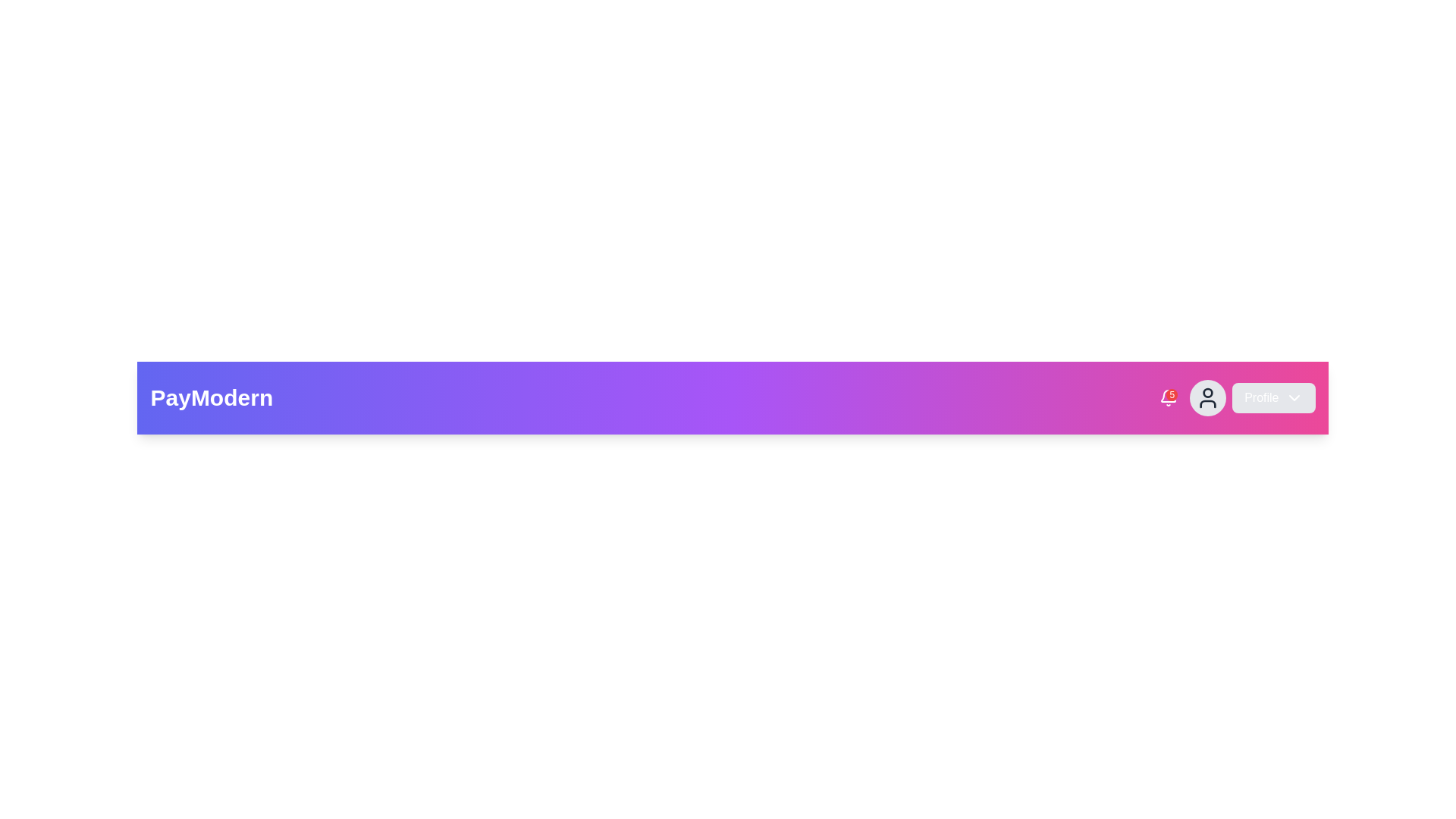 The width and height of the screenshot is (1456, 819). What do you see at coordinates (1168, 395) in the screenshot?
I see `the Notification icon with a red badge` at bounding box center [1168, 395].